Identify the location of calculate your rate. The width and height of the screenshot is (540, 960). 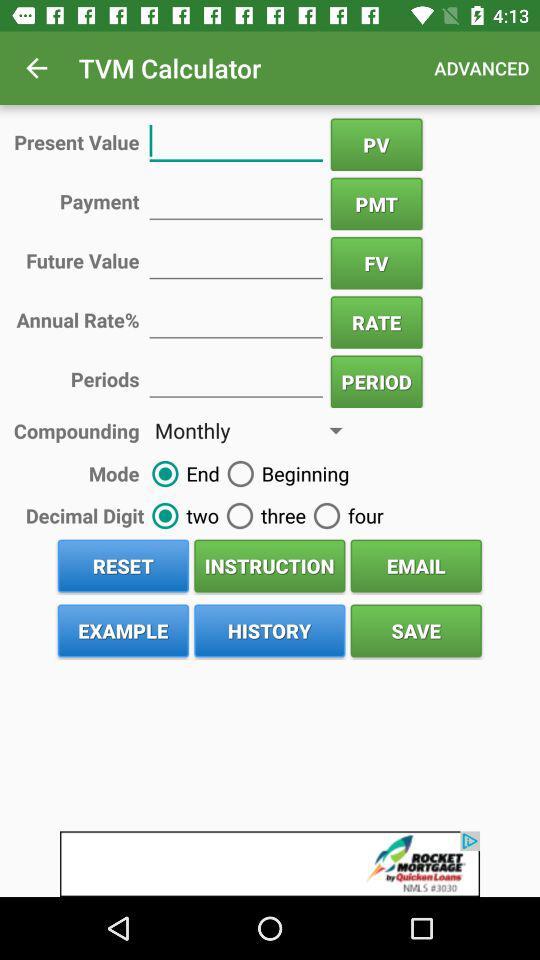
(235, 319).